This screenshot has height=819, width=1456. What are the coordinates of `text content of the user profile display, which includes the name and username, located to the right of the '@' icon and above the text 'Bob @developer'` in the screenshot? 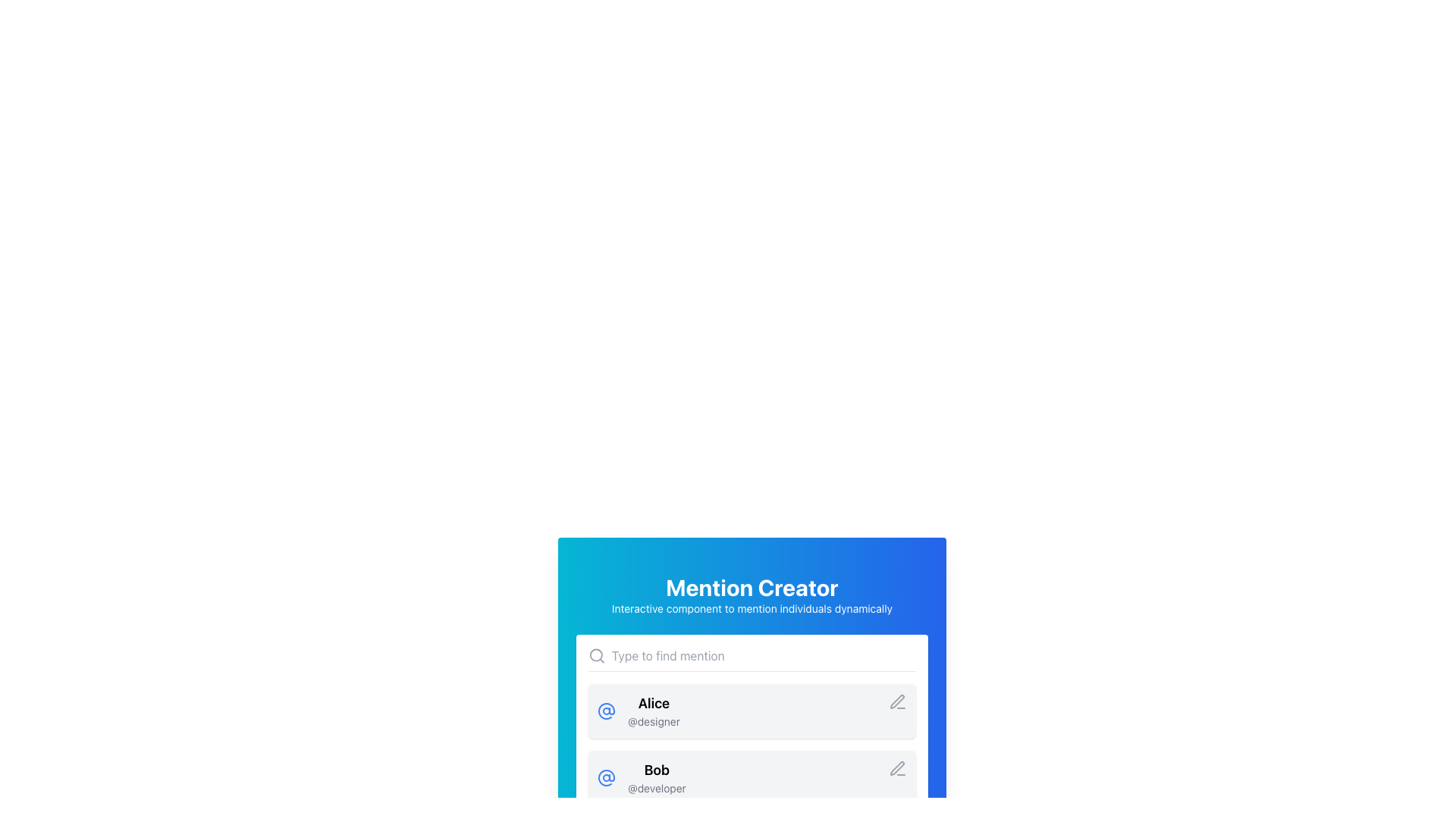 It's located at (654, 711).